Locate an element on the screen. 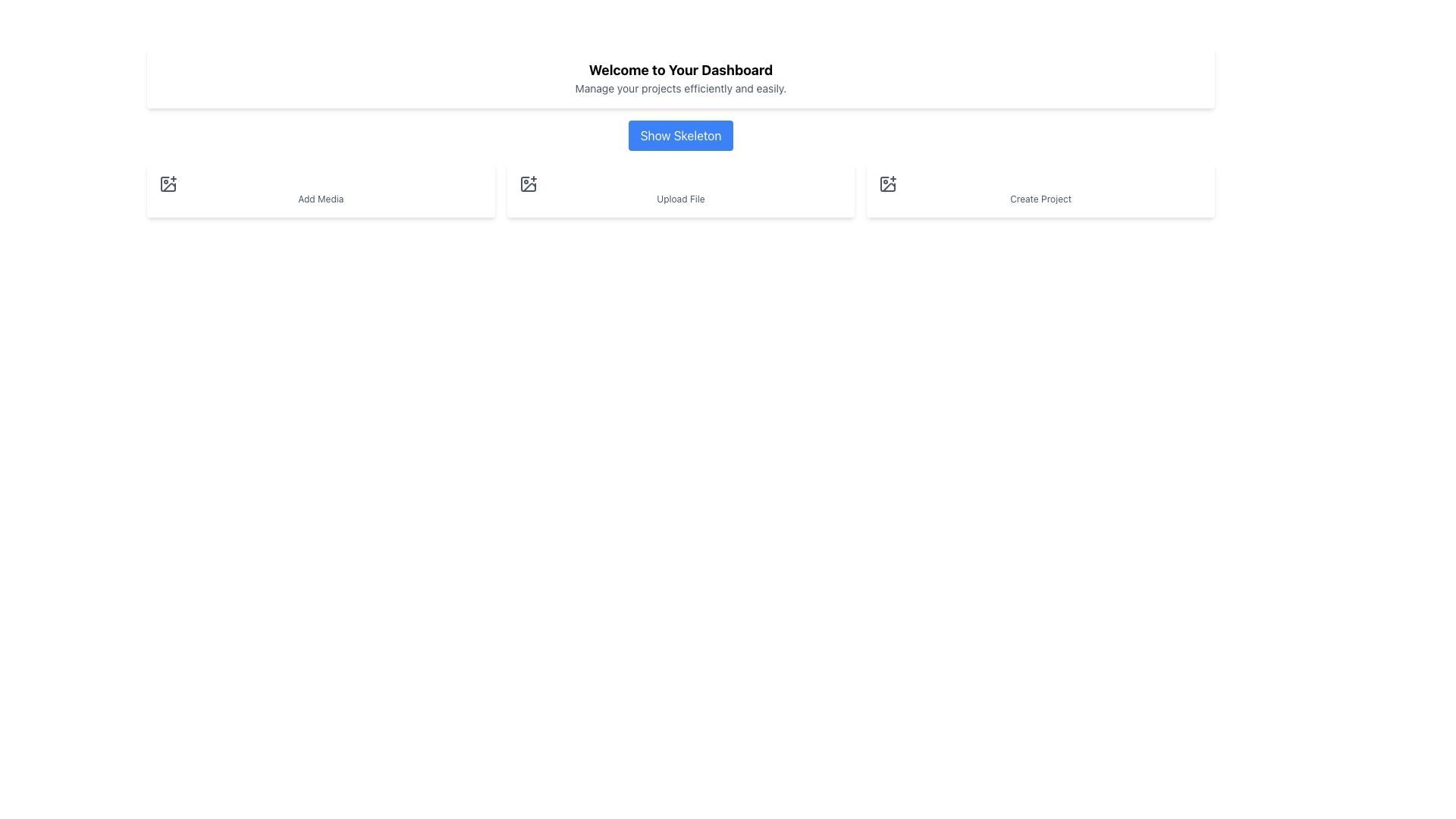  the 'Add Media' text label, which is styled in gray and positioned at the bottom of a card layout, near an image icon with a plus sign is located at coordinates (320, 198).